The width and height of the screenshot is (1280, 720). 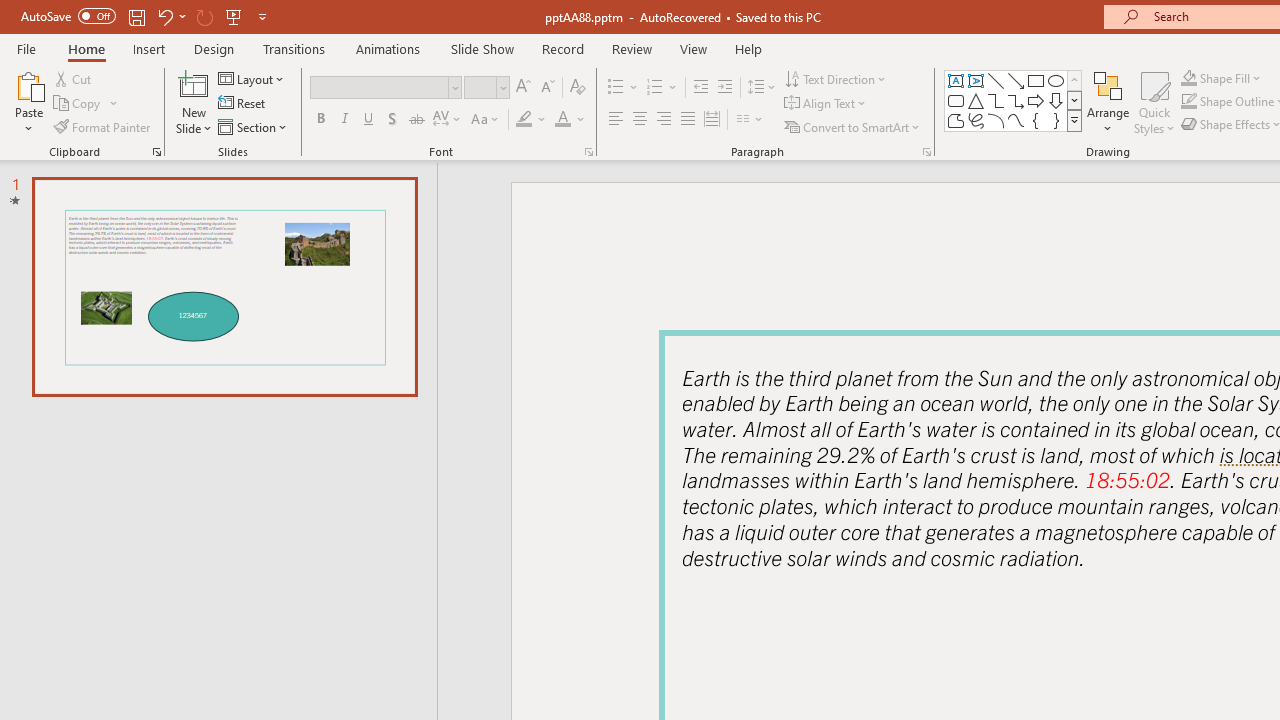 I want to click on 'Rectangle: Rounded Corners', so click(x=955, y=100).